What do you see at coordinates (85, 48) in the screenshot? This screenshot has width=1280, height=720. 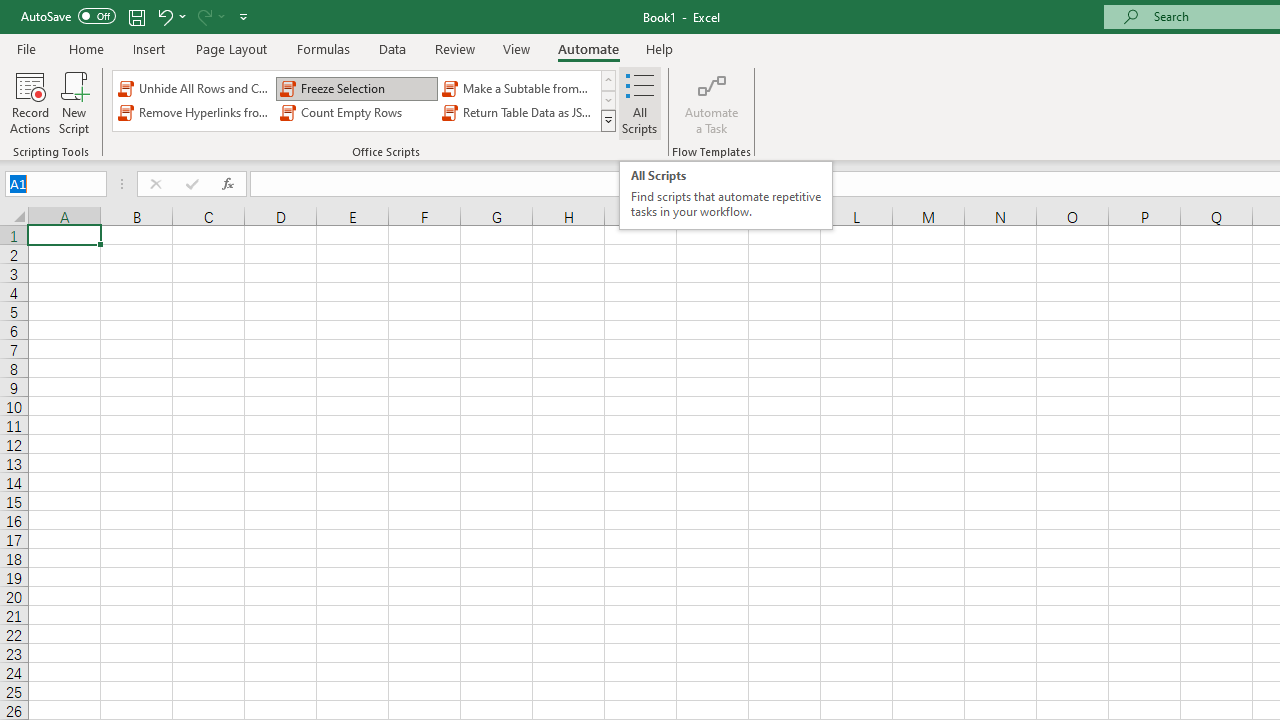 I see `'Home'` at bounding box center [85, 48].